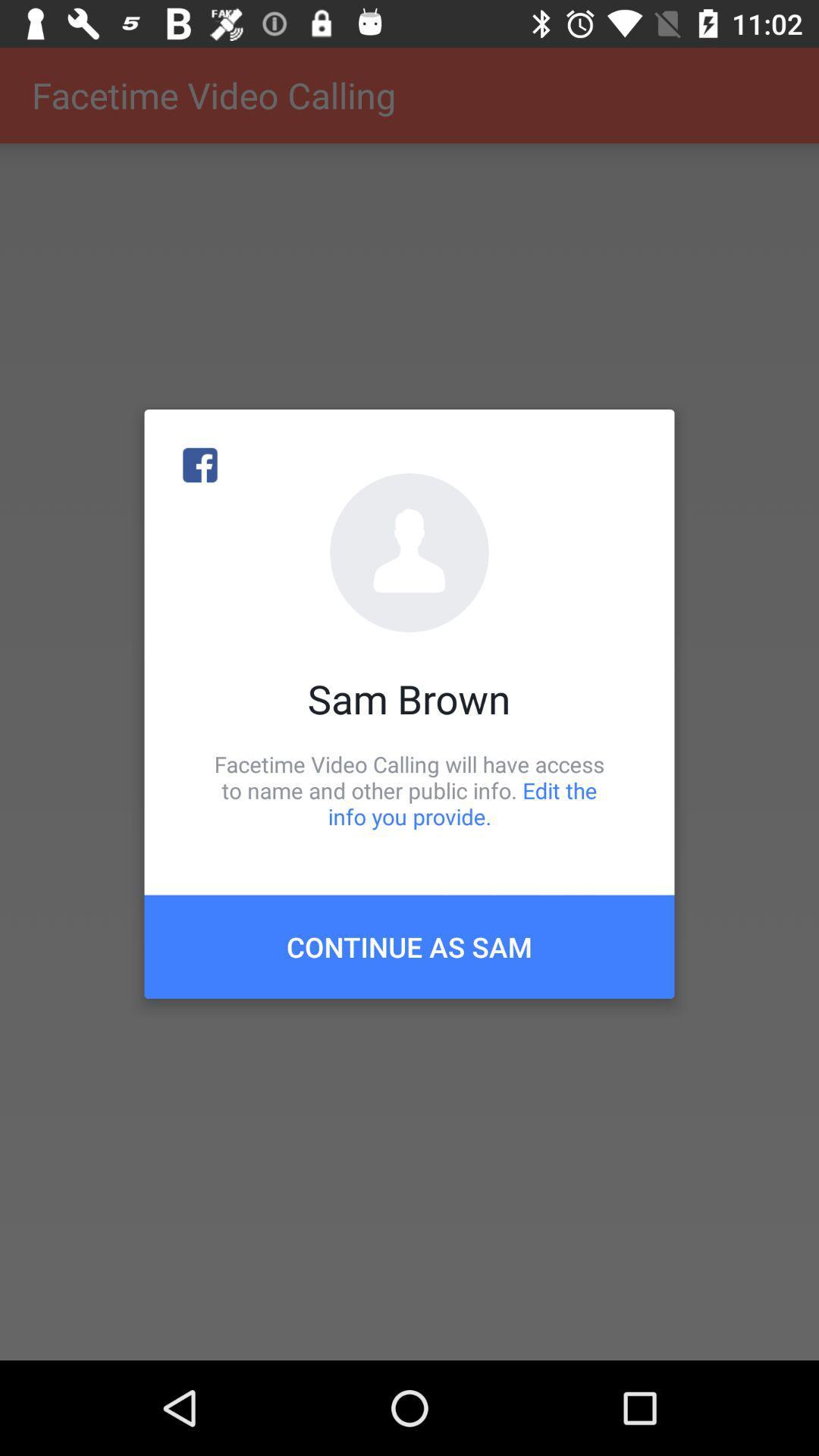 The height and width of the screenshot is (1456, 819). I want to click on facetime video calling item, so click(409, 789).